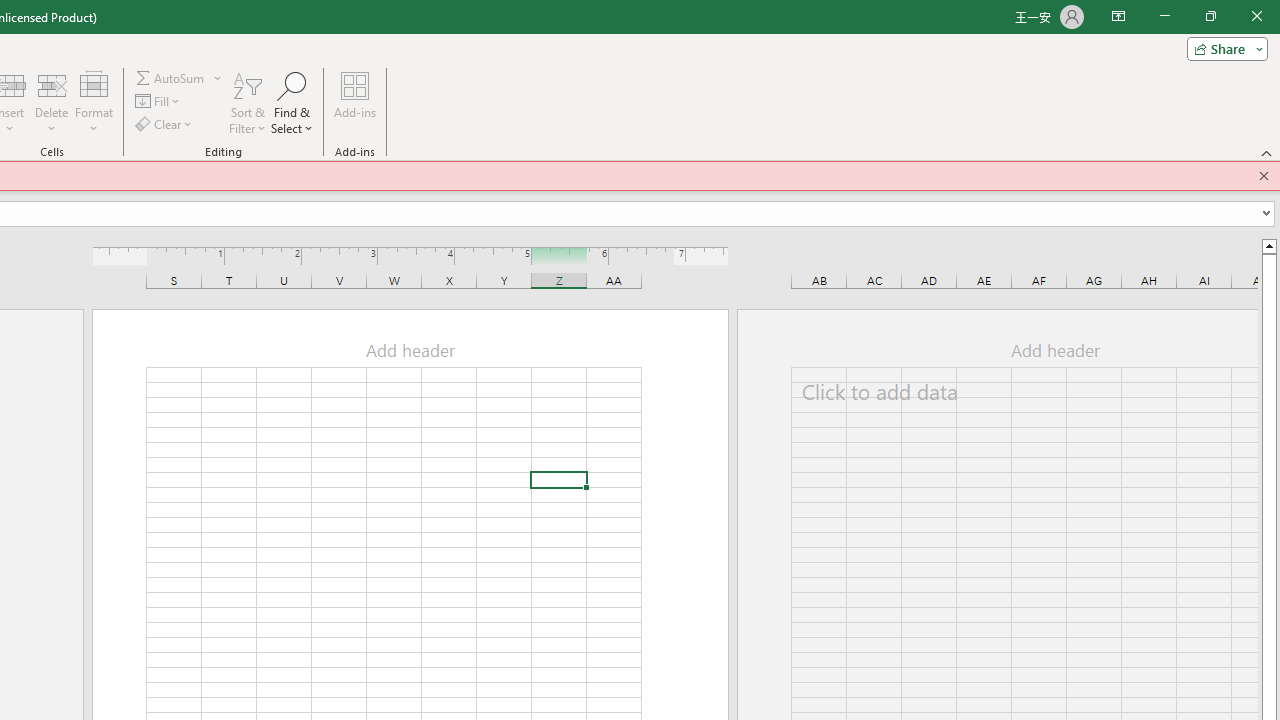  Describe the element at coordinates (171, 77) in the screenshot. I see `'Sum'` at that location.